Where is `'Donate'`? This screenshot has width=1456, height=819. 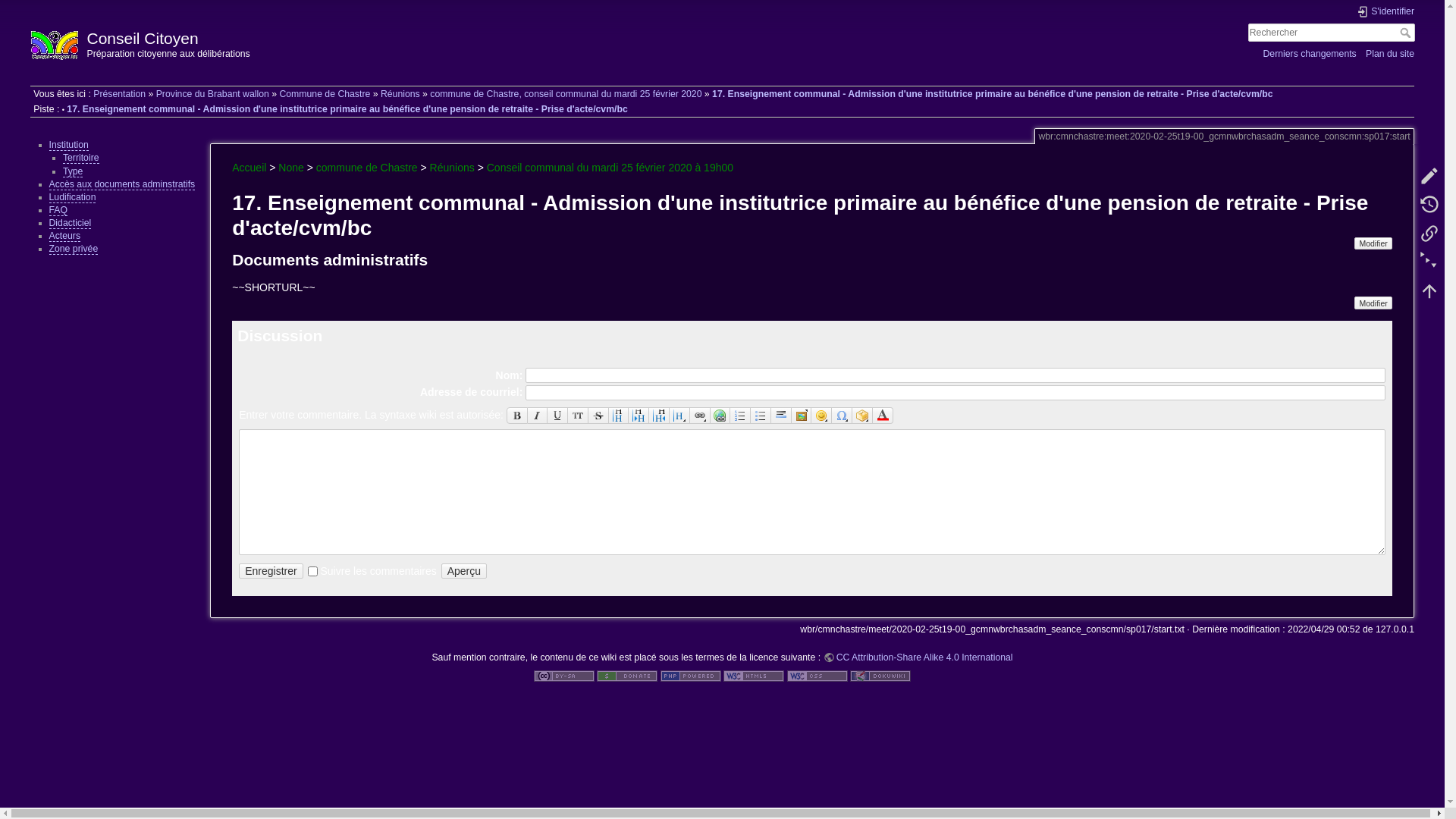 'Donate' is located at coordinates (626, 674).